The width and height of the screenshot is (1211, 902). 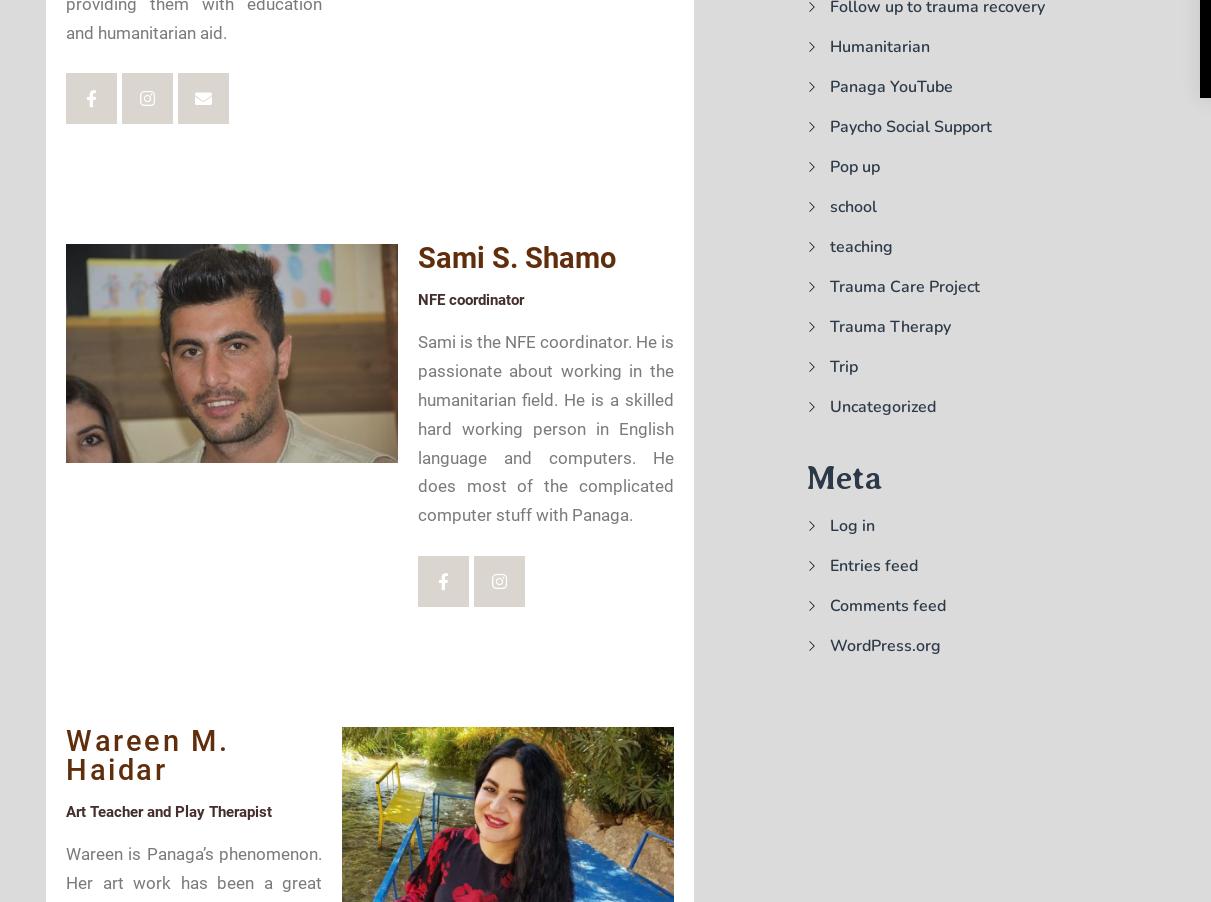 I want to click on 'Uncategorized', so click(x=881, y=406).